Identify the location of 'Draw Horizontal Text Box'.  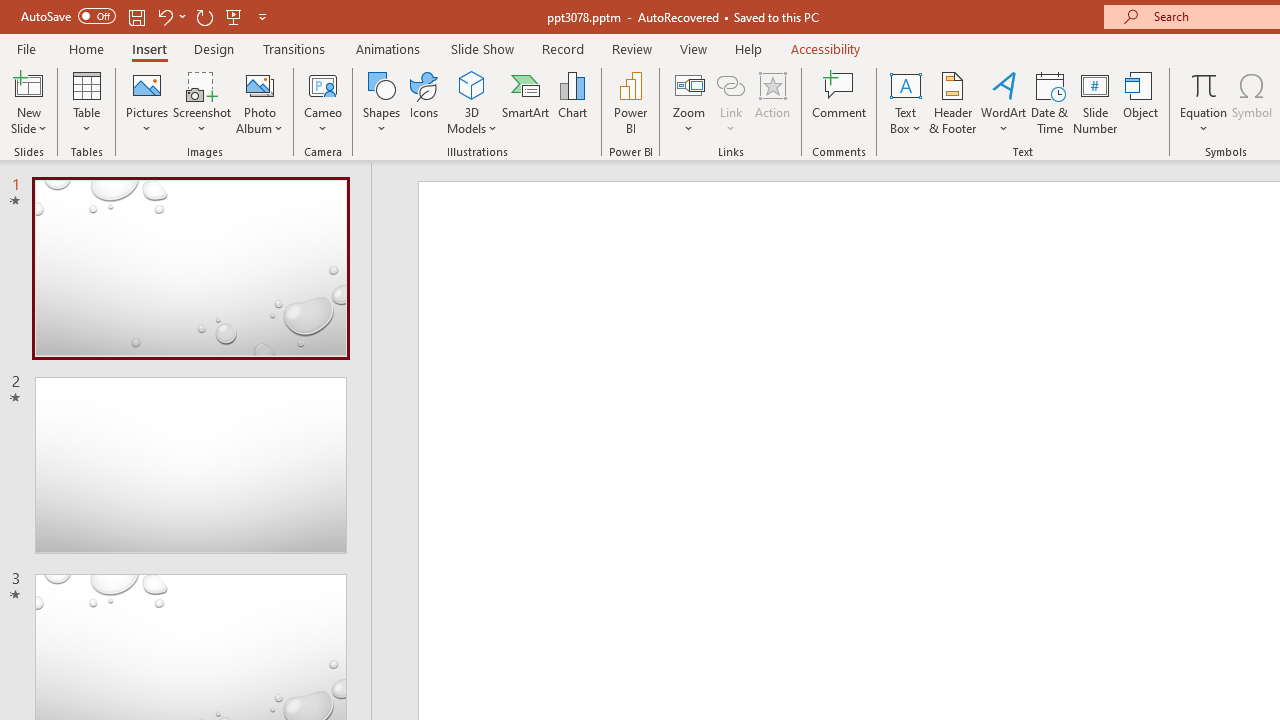
(904, 84).